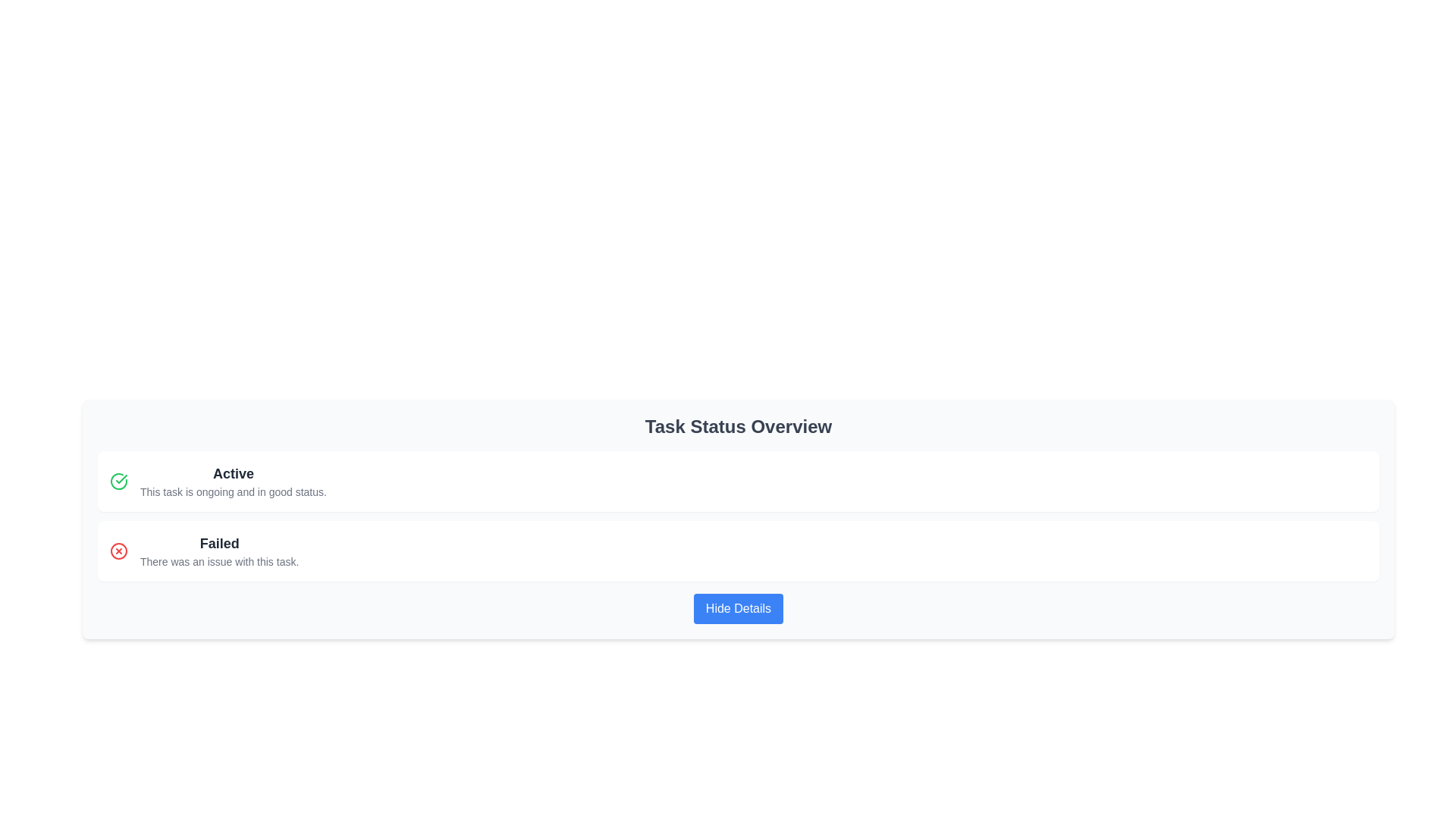  I want to click on text content of the Text Label located immediately underneath the 'Failed' heading, which provides additional details regarding the task's status in a failure scenario, so click(218, 561).